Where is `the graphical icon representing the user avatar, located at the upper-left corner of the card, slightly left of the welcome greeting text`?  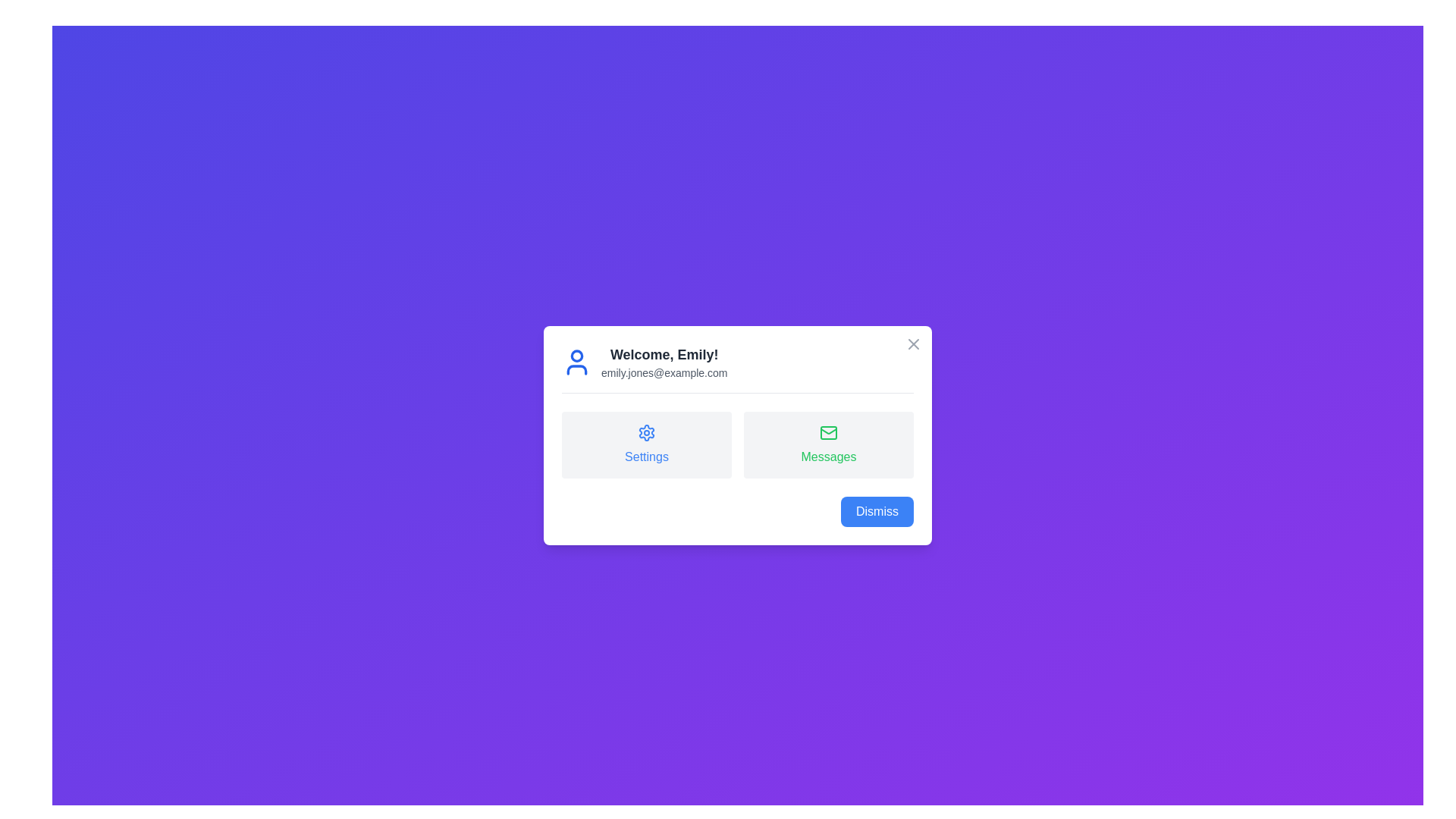
the graphical icon representing the user avatar, located at the upper-left corner of the card, slightly left of the welcome greeting text is located at coordinates (576, 356).